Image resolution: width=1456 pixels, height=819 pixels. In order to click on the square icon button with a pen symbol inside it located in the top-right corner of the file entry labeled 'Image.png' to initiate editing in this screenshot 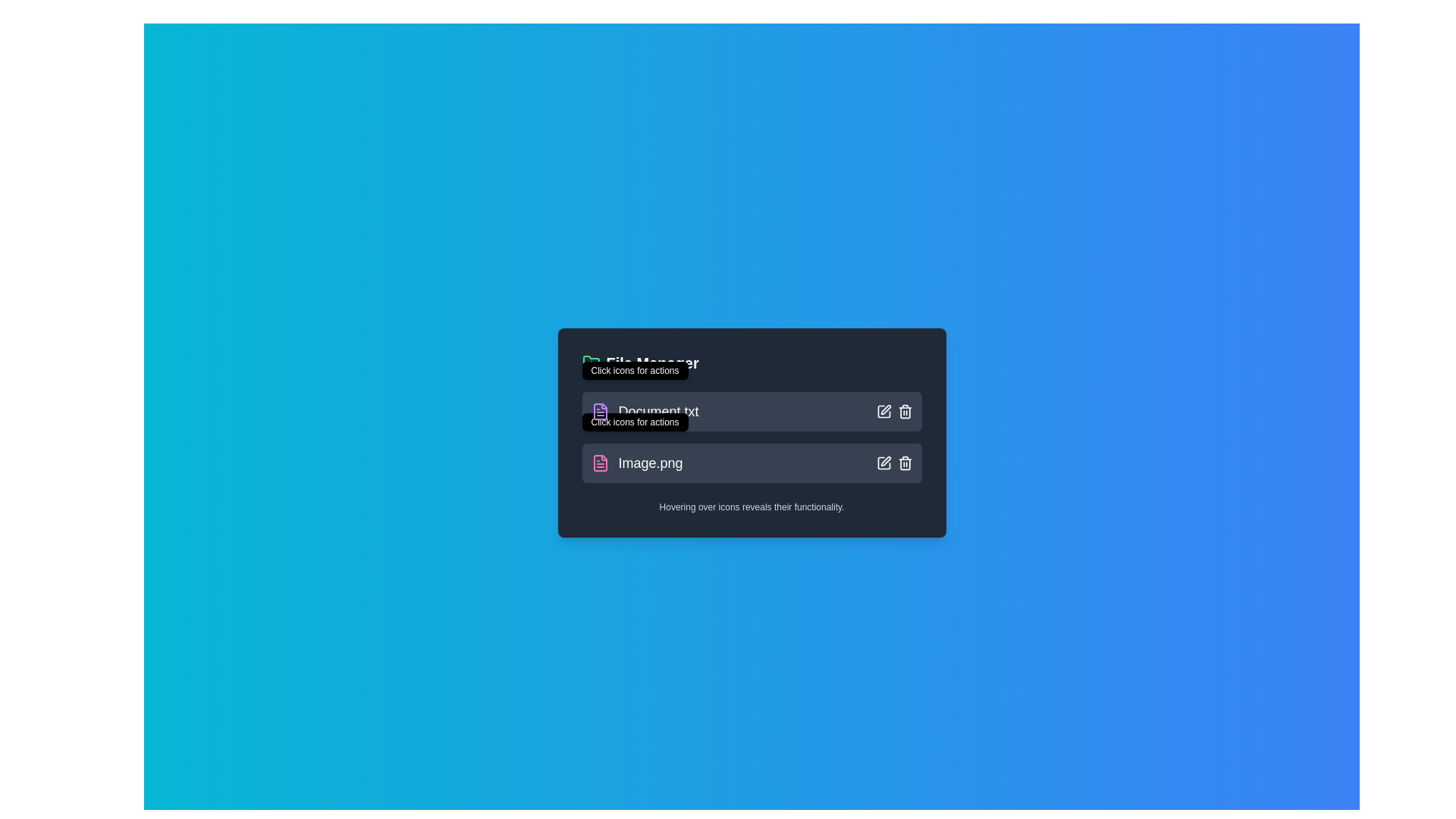, I will do `click(883, 462)`.